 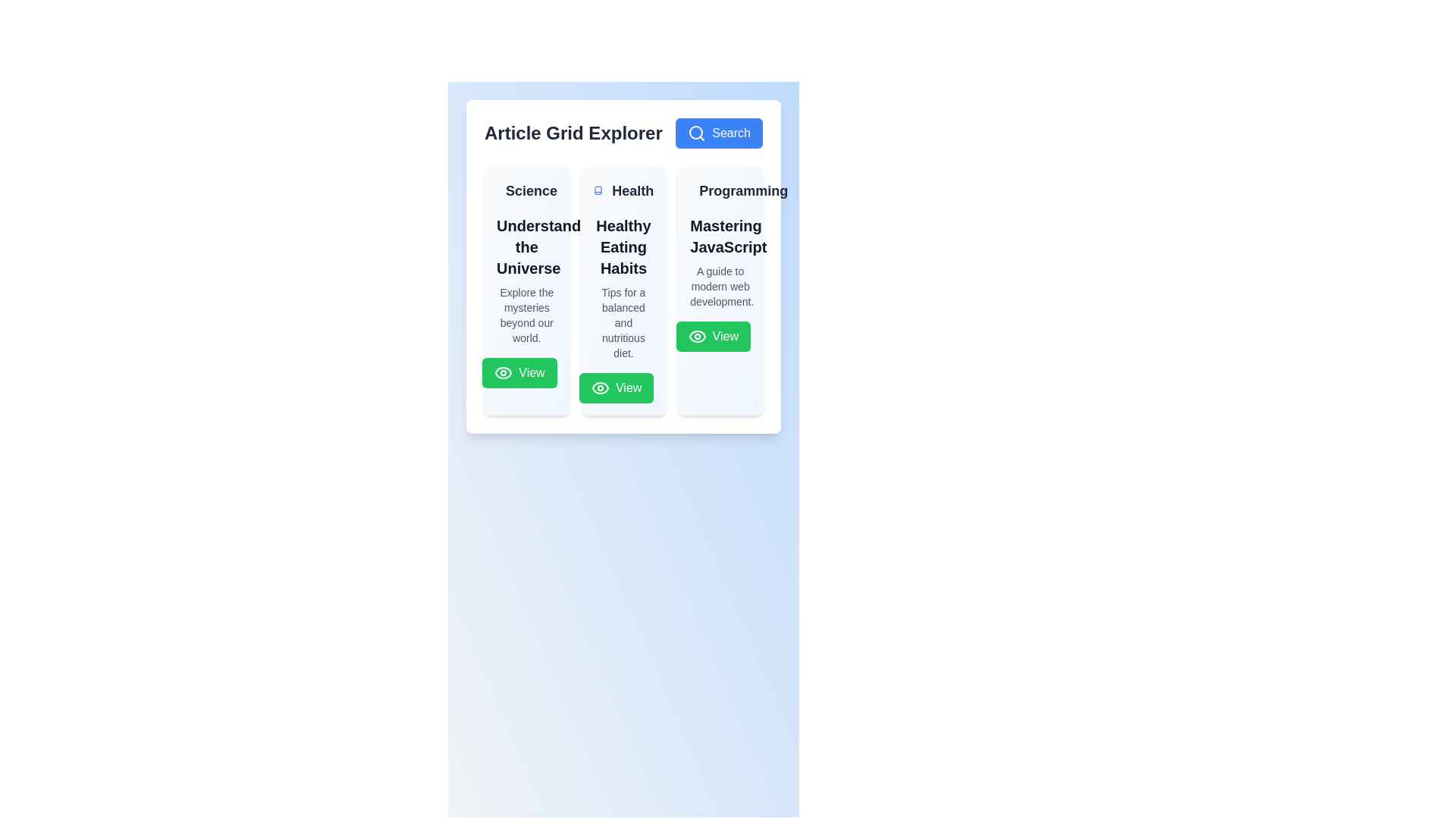 I want to click on the 'View' button with a green background and eye icon located at the bottom-right corner of the 'Programming' and 'Mastering JavaScript' card, so click(x=720, y=335).